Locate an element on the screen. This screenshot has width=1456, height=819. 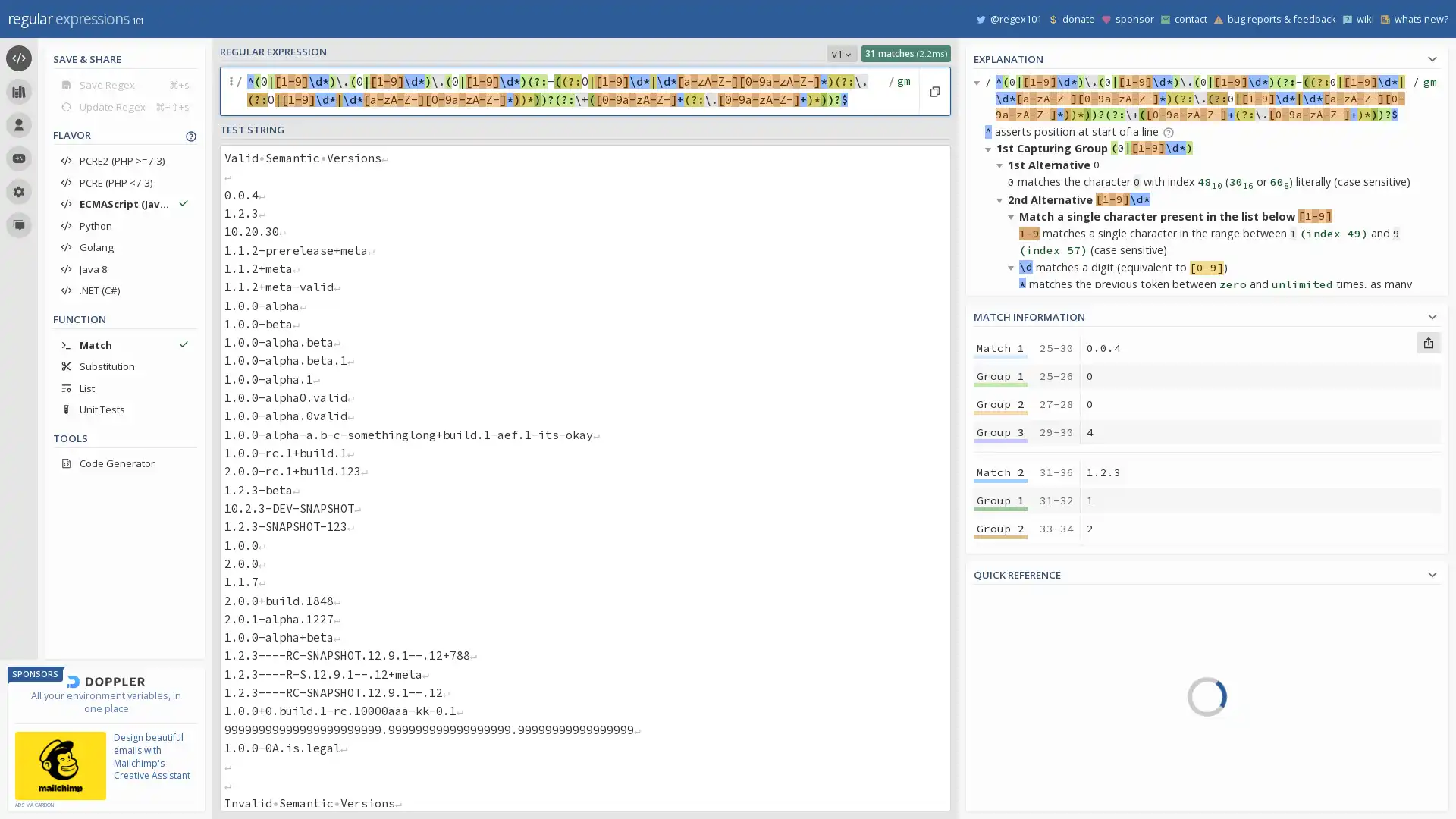
Any whitespace character \s is located at coordinates (1282, 752).